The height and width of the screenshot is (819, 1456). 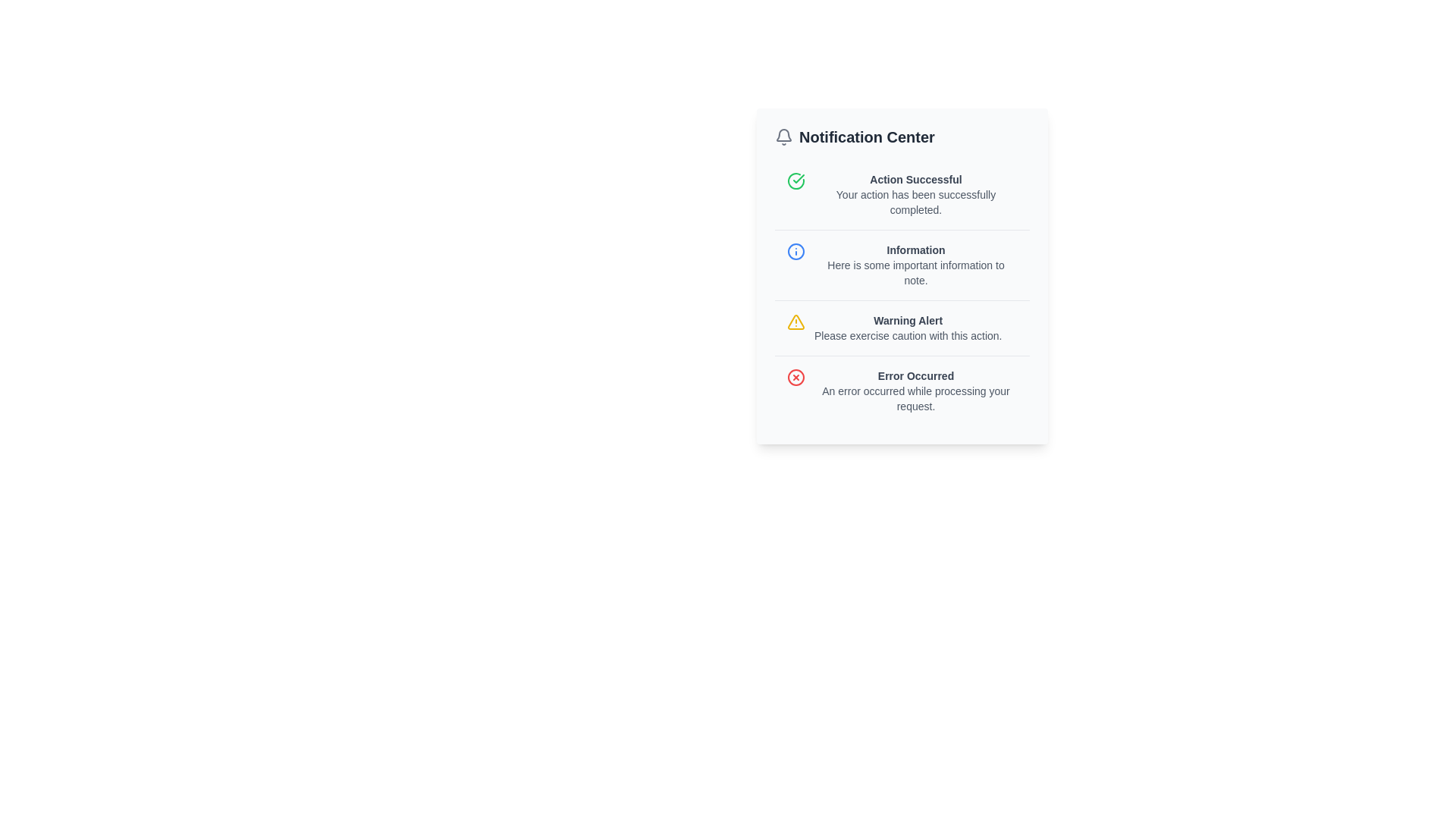 I want to click on the text label that reads 'Error Occurred', which is styled in bold with a smaller-than-default font size and dark gray color, located at the bottom of a vertically arranged notification panel, so click(x=915, y=375).